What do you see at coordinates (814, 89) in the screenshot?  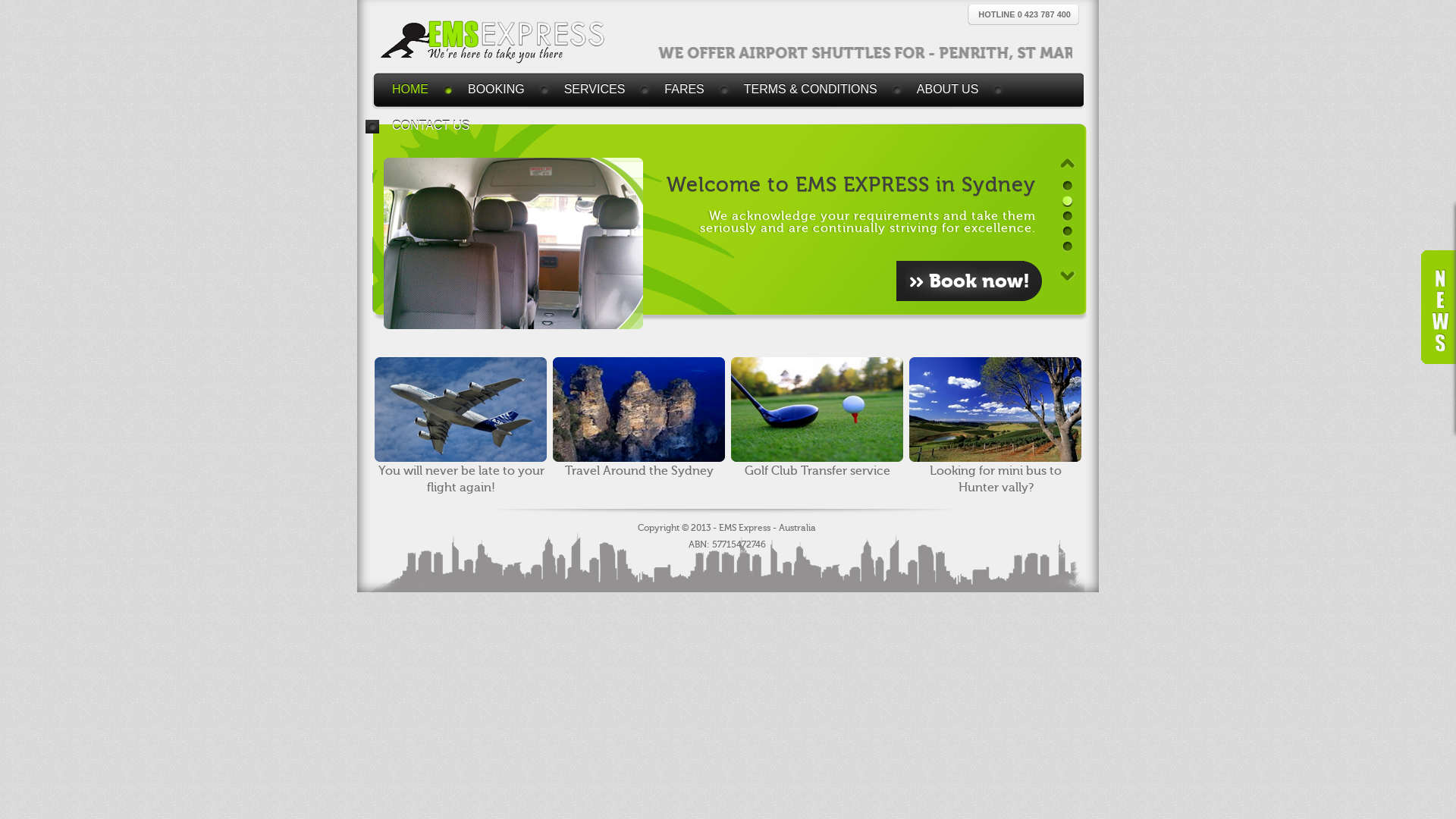 I see `'TERMS & CONDITIONS'` at bounding box center [814, 89].